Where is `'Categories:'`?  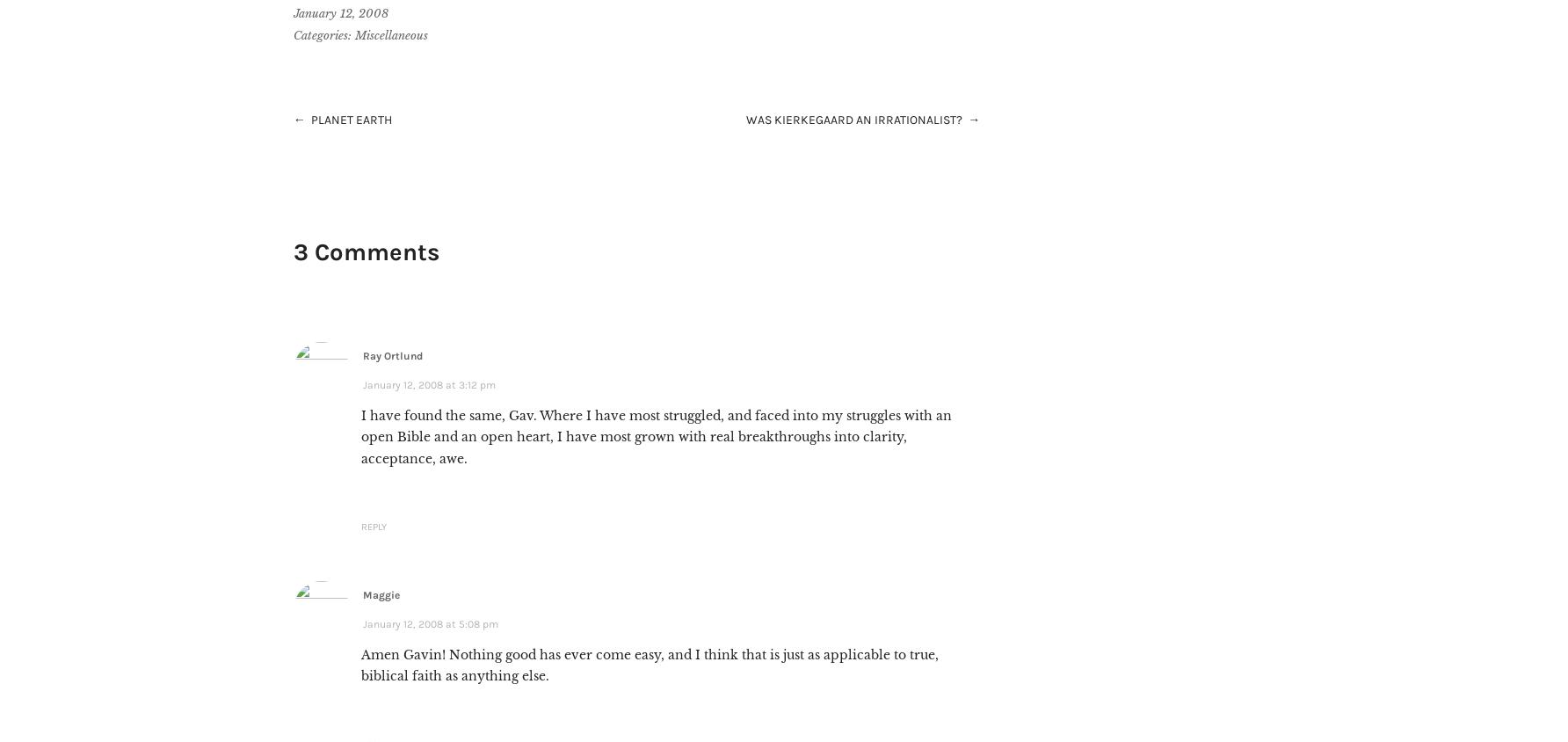
'Categories:' is located at coordinates (323, 34).